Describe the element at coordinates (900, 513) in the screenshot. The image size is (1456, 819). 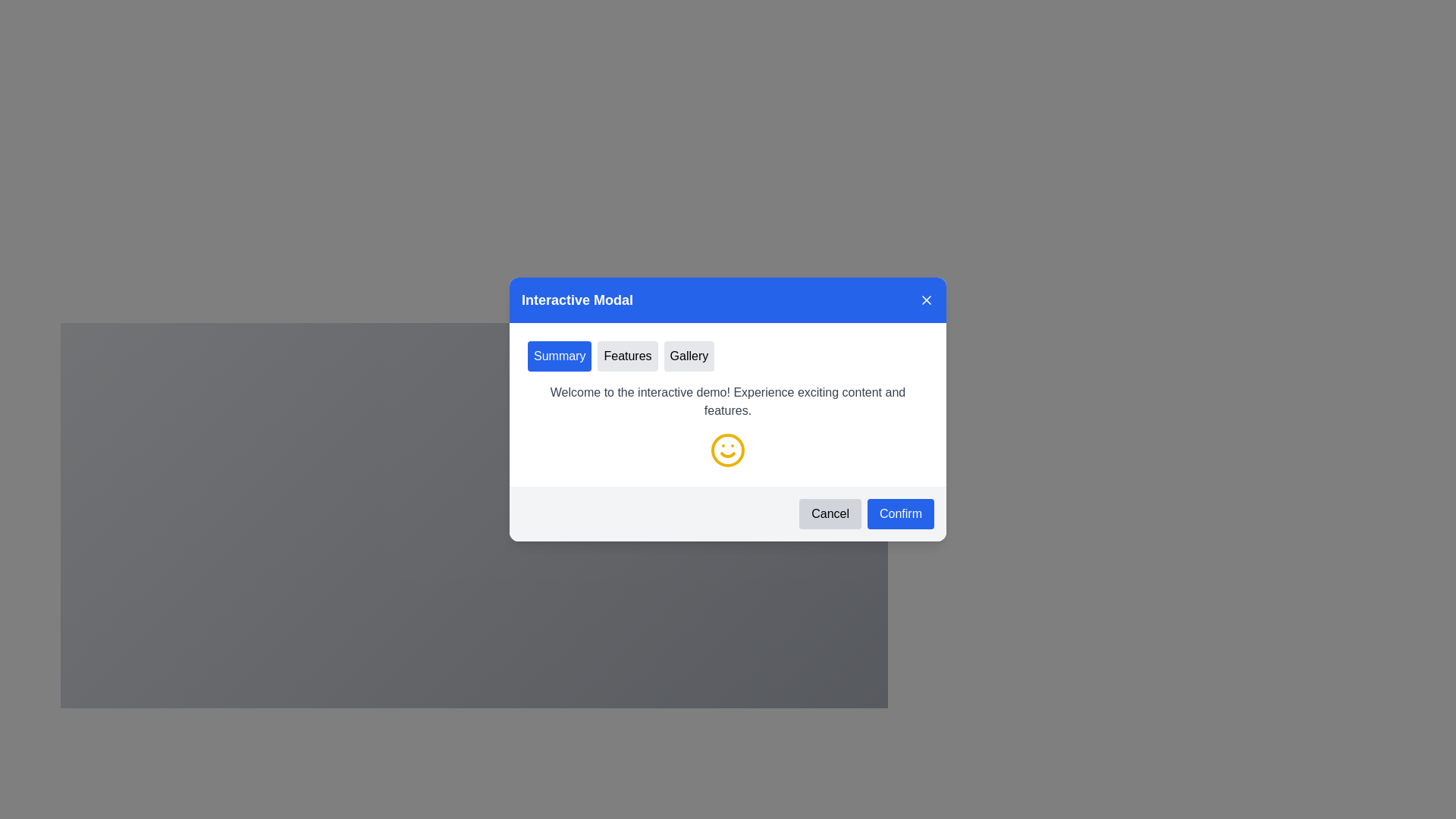
I see `the confirmation button located at the bottom-right corner of the modal dialog, immediately to the right of the gray 'Cancel' button to confirm the action` at that location.